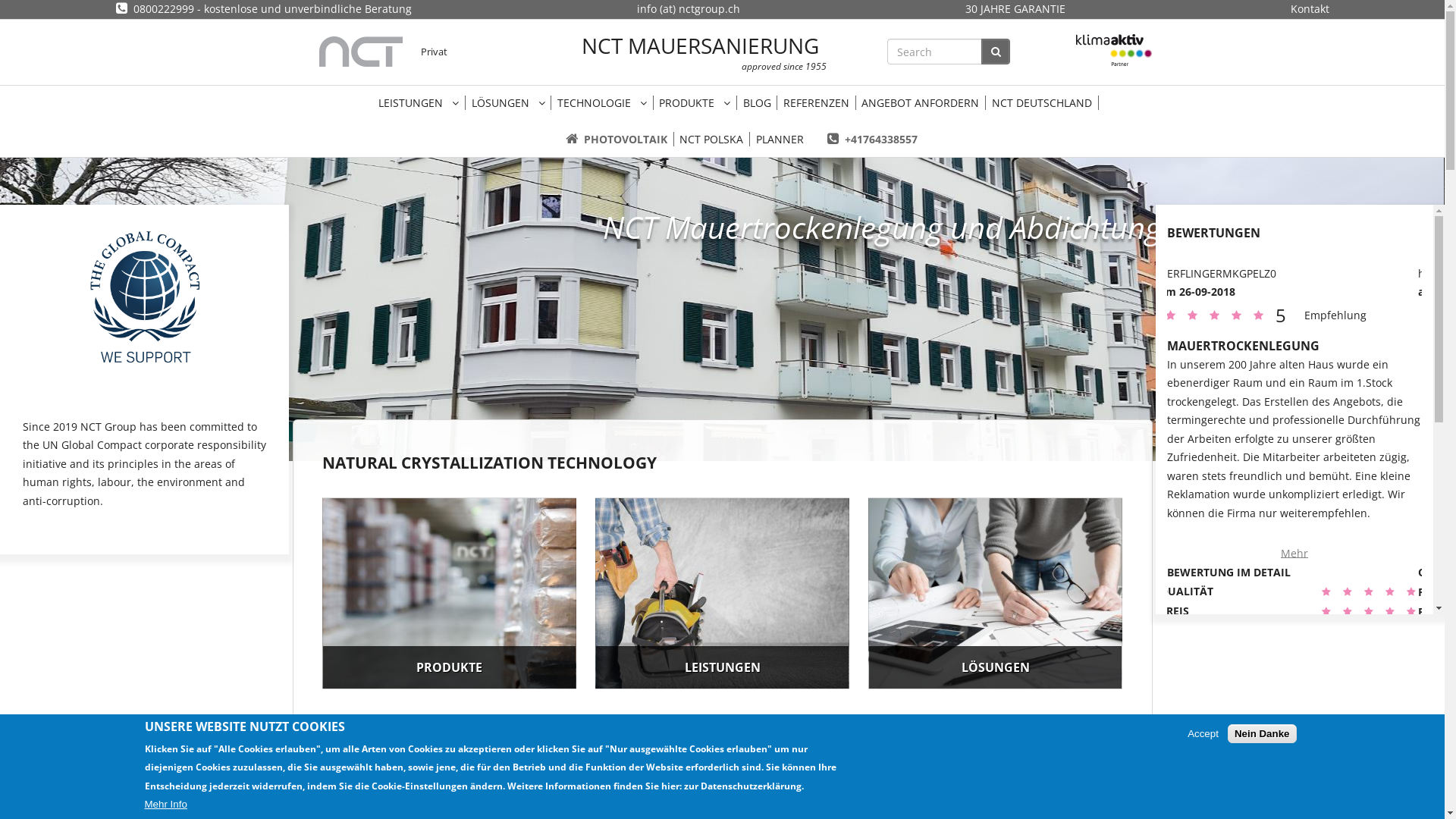 The height and width of the screenshot is (819, 1456). Describe the element at coordinates (779, 139) in the screenshot. I see `'PLANNER'` at that location.